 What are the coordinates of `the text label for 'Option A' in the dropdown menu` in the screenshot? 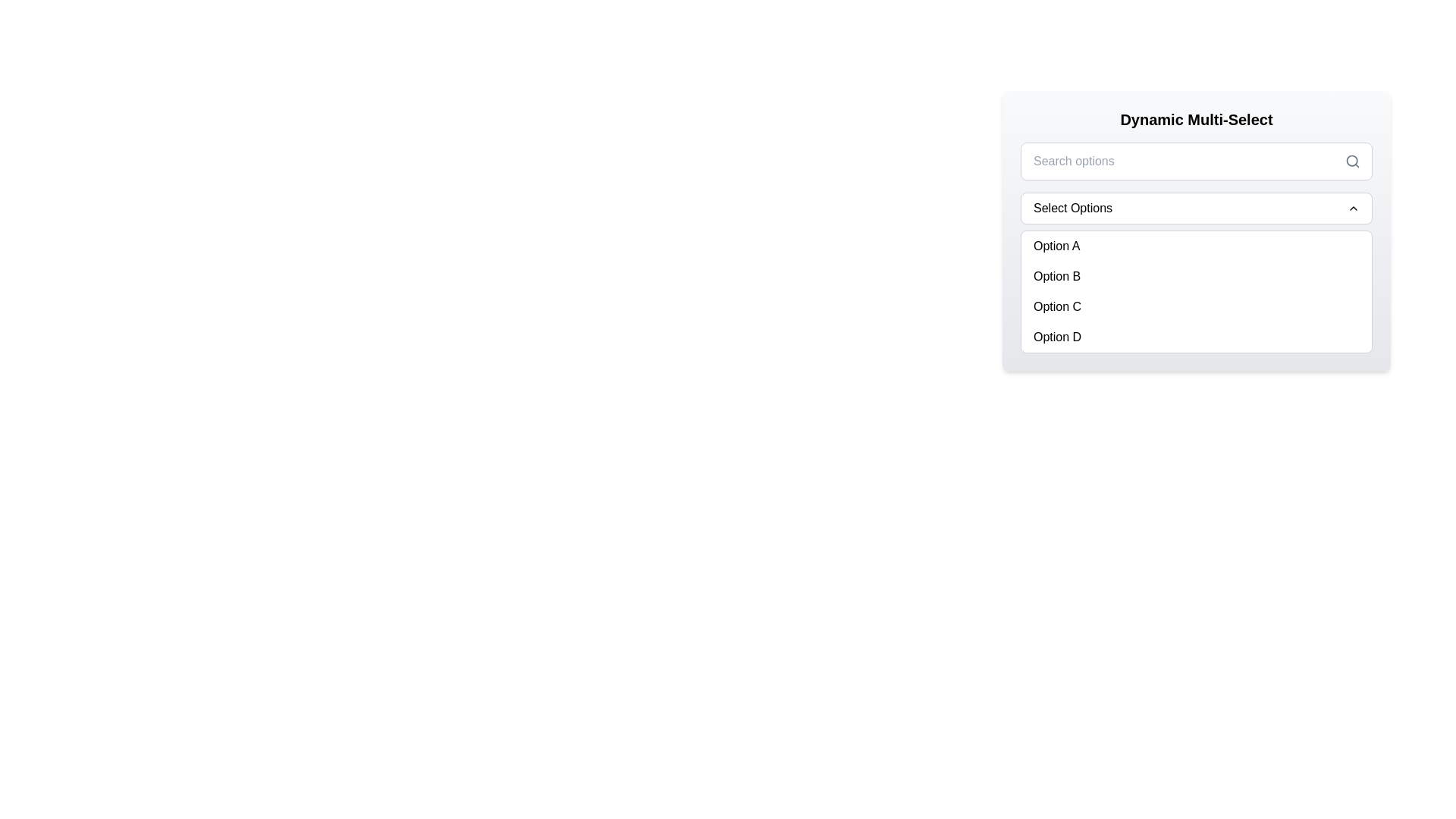 It's located at (1056, 245).